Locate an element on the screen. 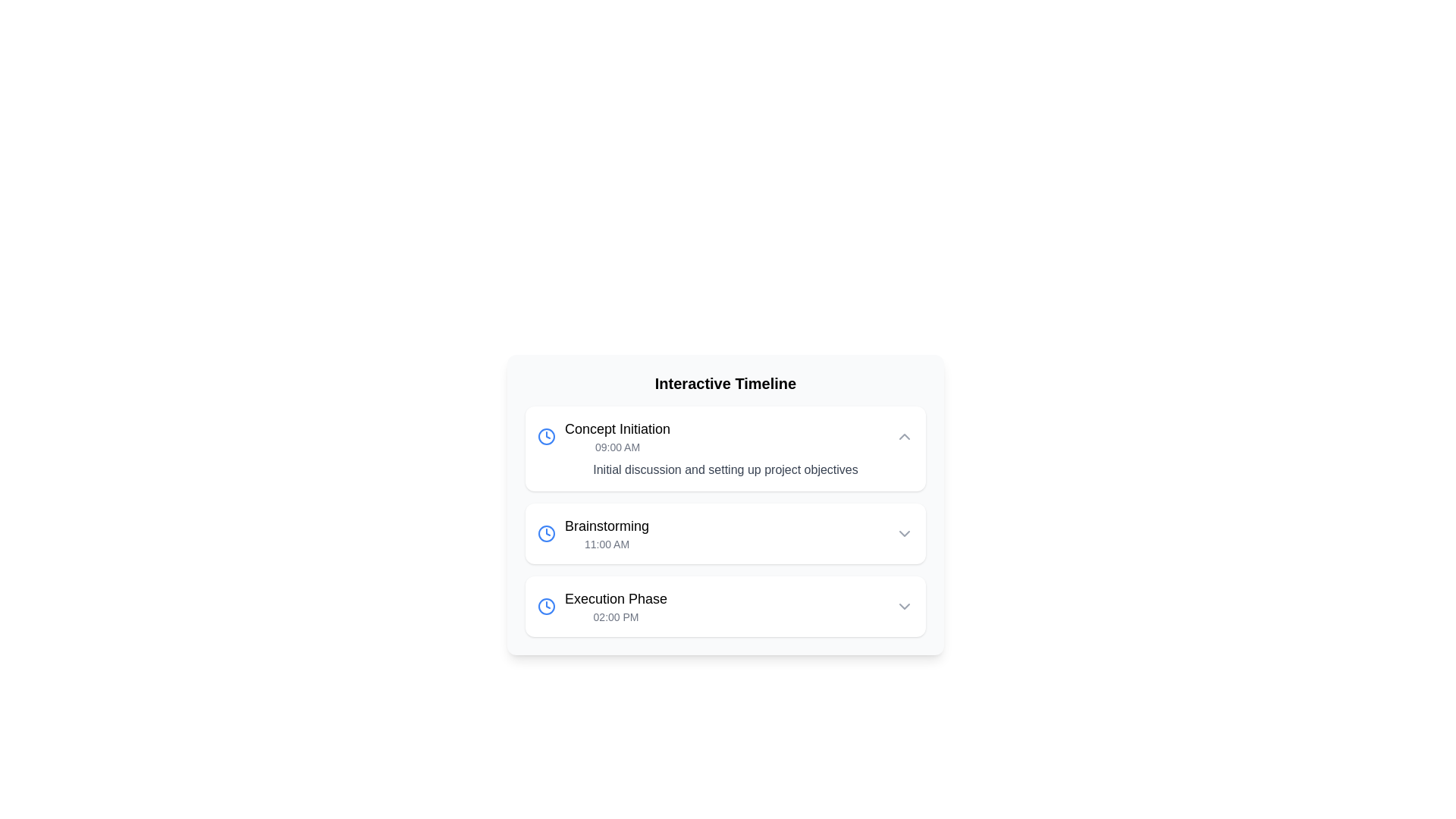 This screenshot has height=819, width=1456. the 'Concept Initiation' text label with a blue clock icon, which is the first item in the 'Interactive Timeline' list is located at coordinates (603, 436).